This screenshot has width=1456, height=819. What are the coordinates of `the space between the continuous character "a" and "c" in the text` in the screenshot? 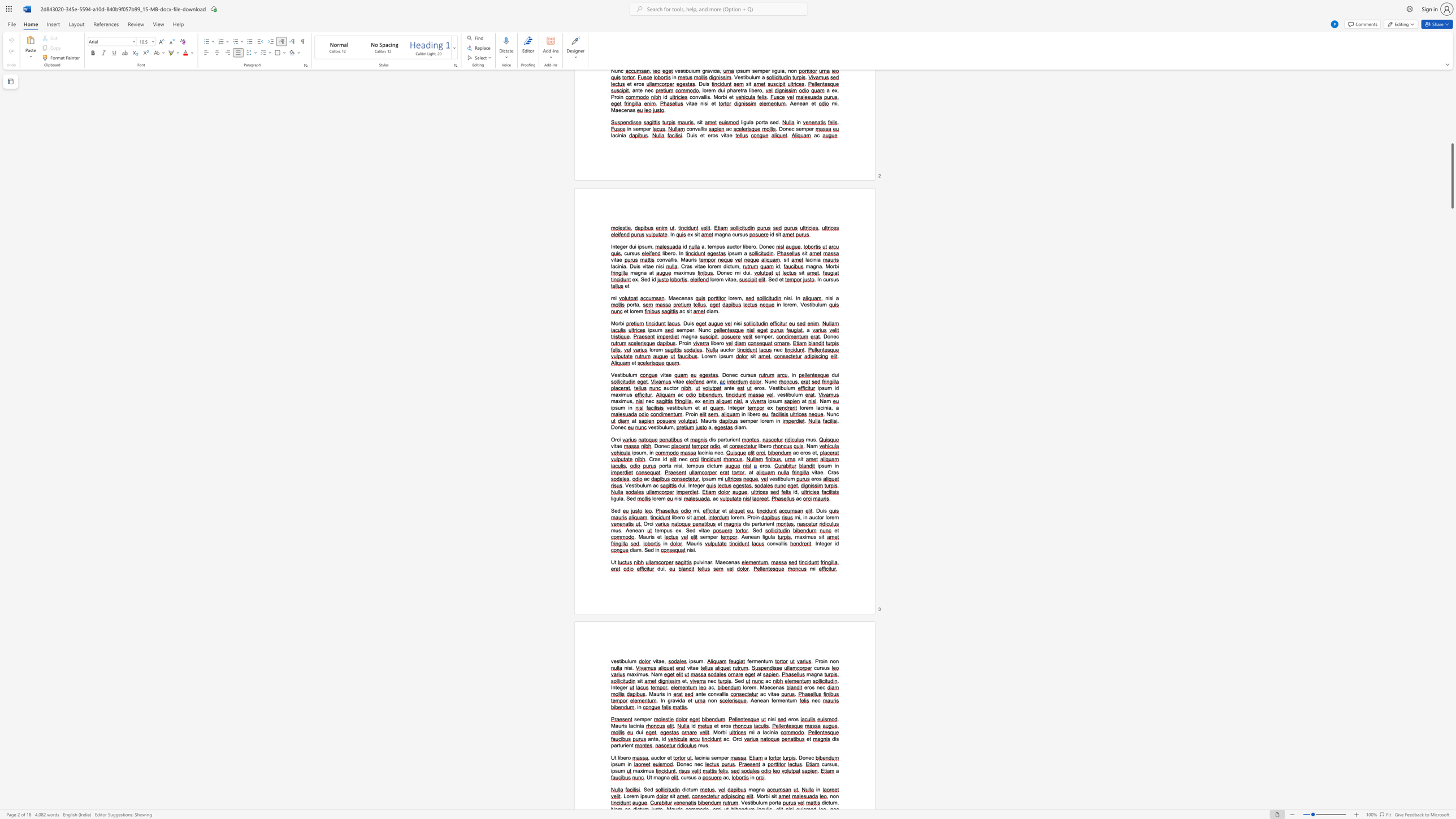 It's located at (726, 739).